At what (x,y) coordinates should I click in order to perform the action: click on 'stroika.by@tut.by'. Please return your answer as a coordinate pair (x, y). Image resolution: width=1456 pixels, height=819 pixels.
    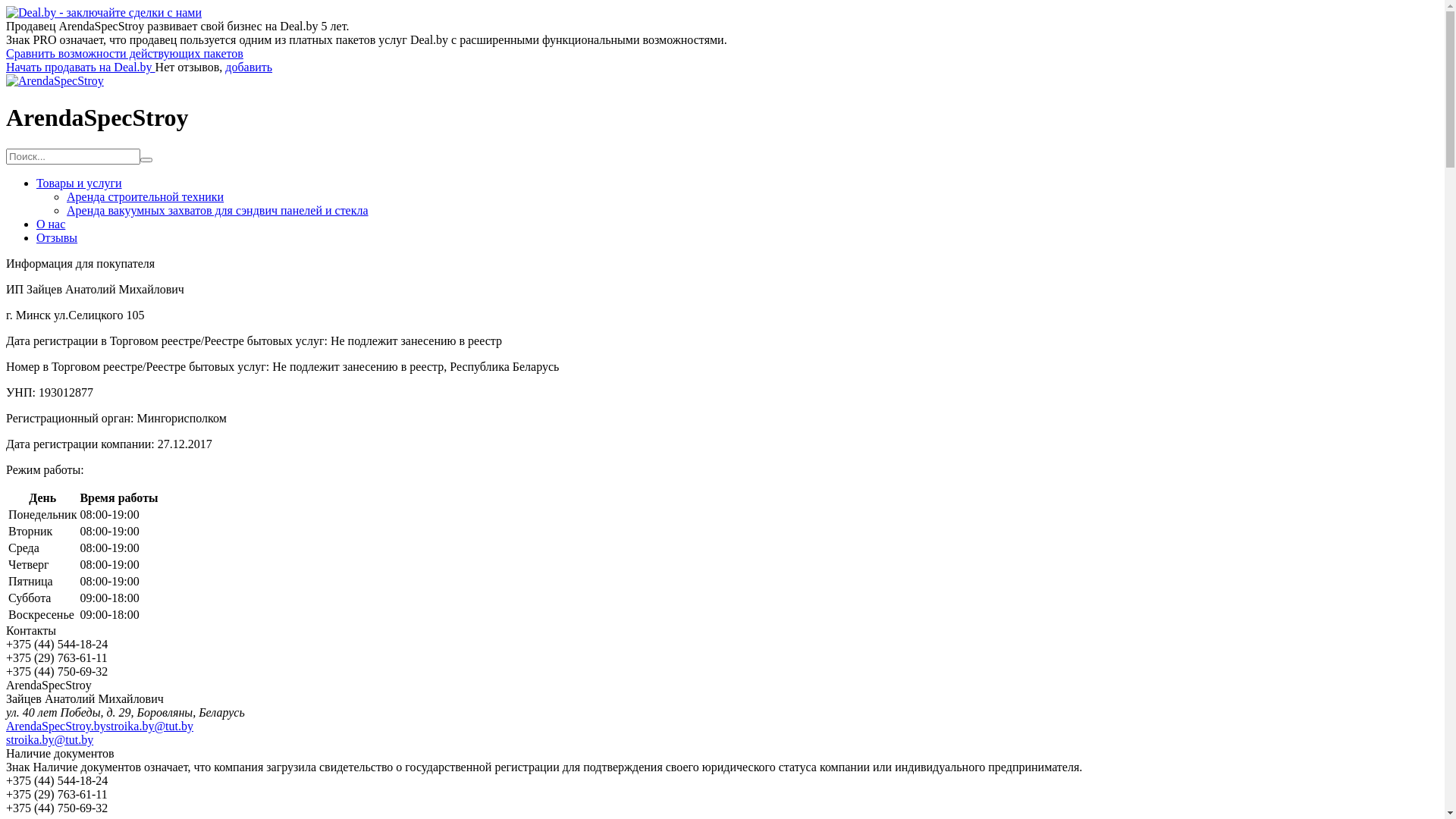
    Looking at the image, I should click on (149, 725).